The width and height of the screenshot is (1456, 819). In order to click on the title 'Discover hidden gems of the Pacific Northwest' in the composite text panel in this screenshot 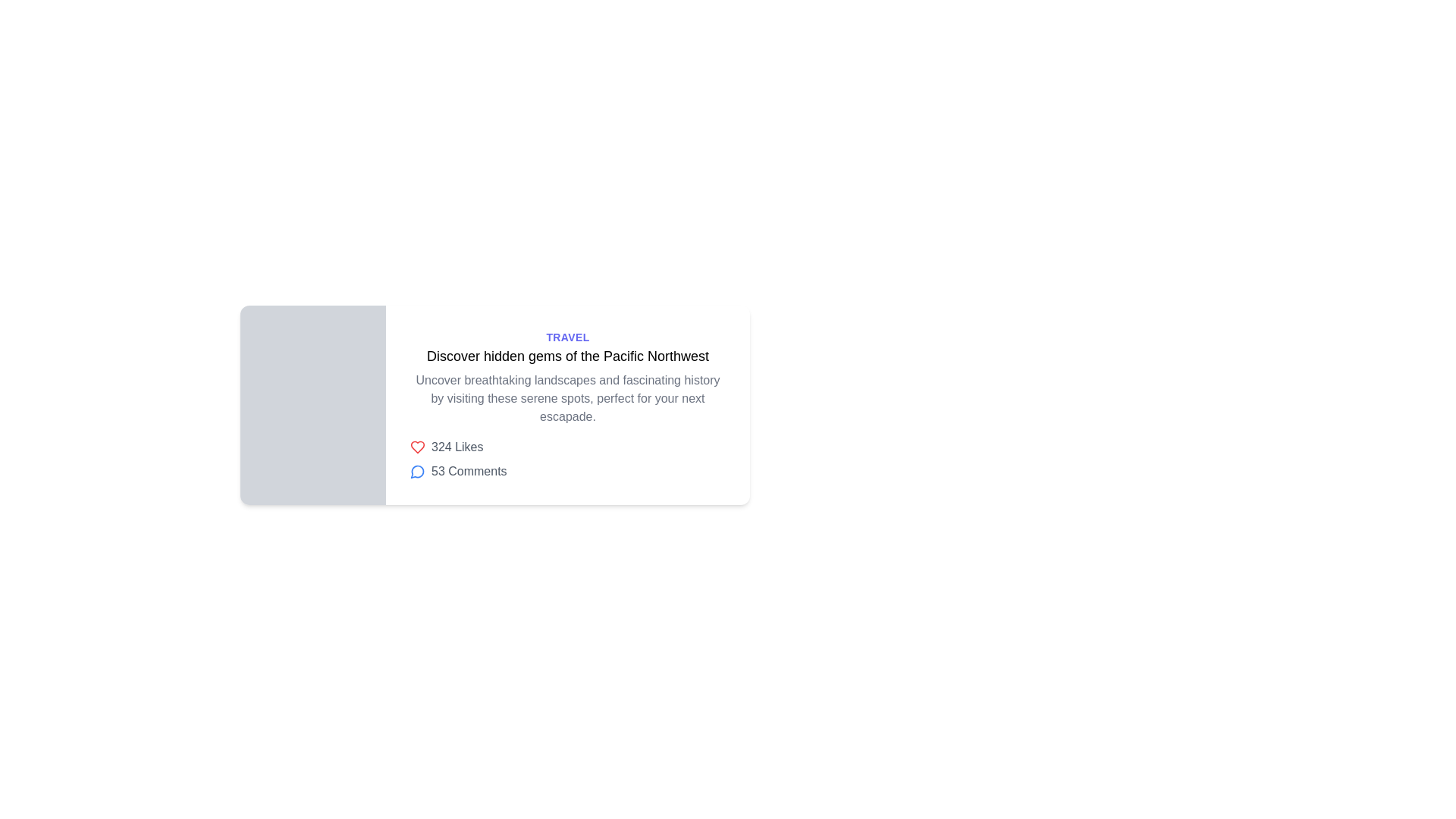, I will do `click(566, 403)`.